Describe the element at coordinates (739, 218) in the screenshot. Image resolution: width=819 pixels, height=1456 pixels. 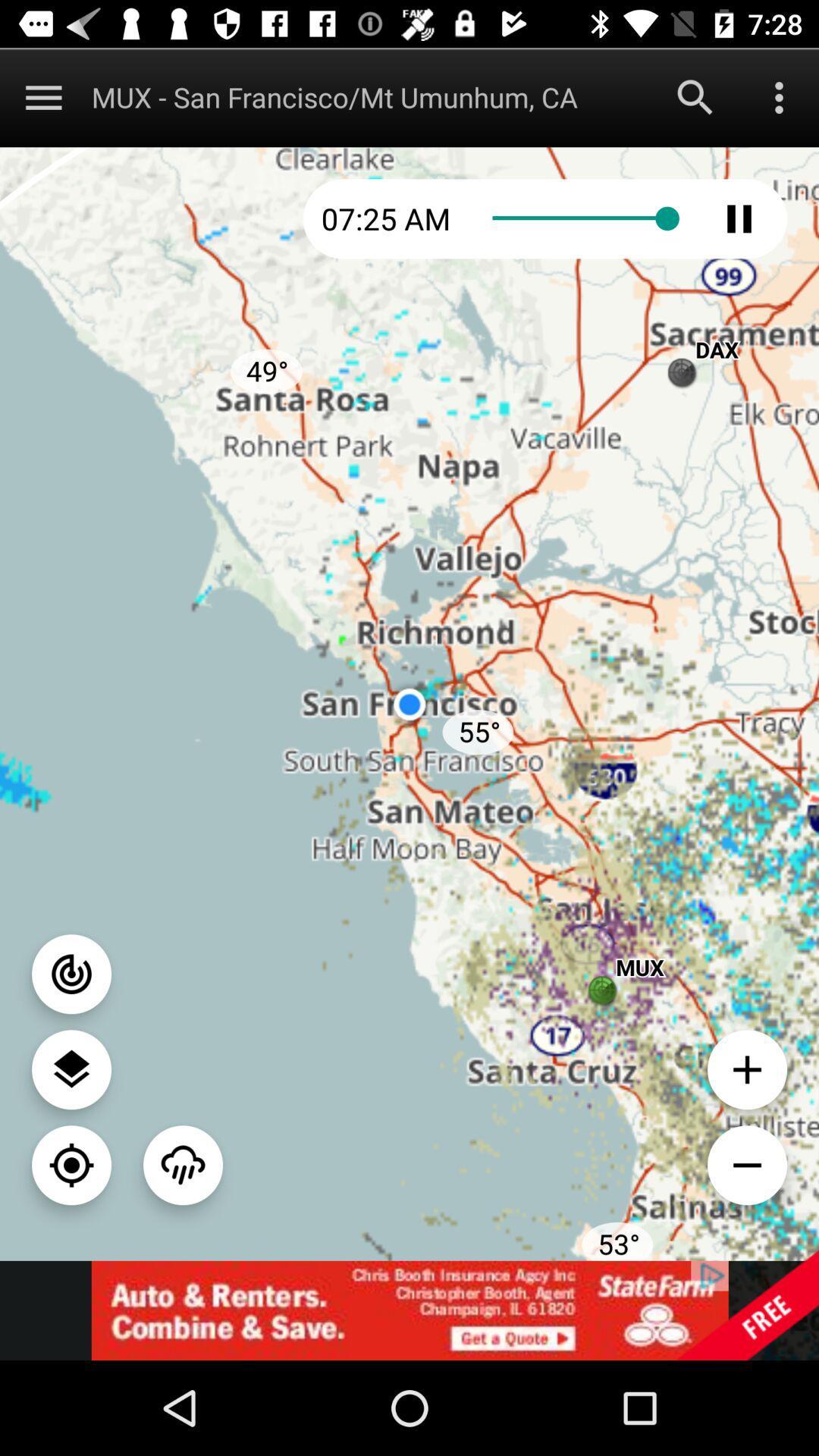
I see `pause/play button` at that location.